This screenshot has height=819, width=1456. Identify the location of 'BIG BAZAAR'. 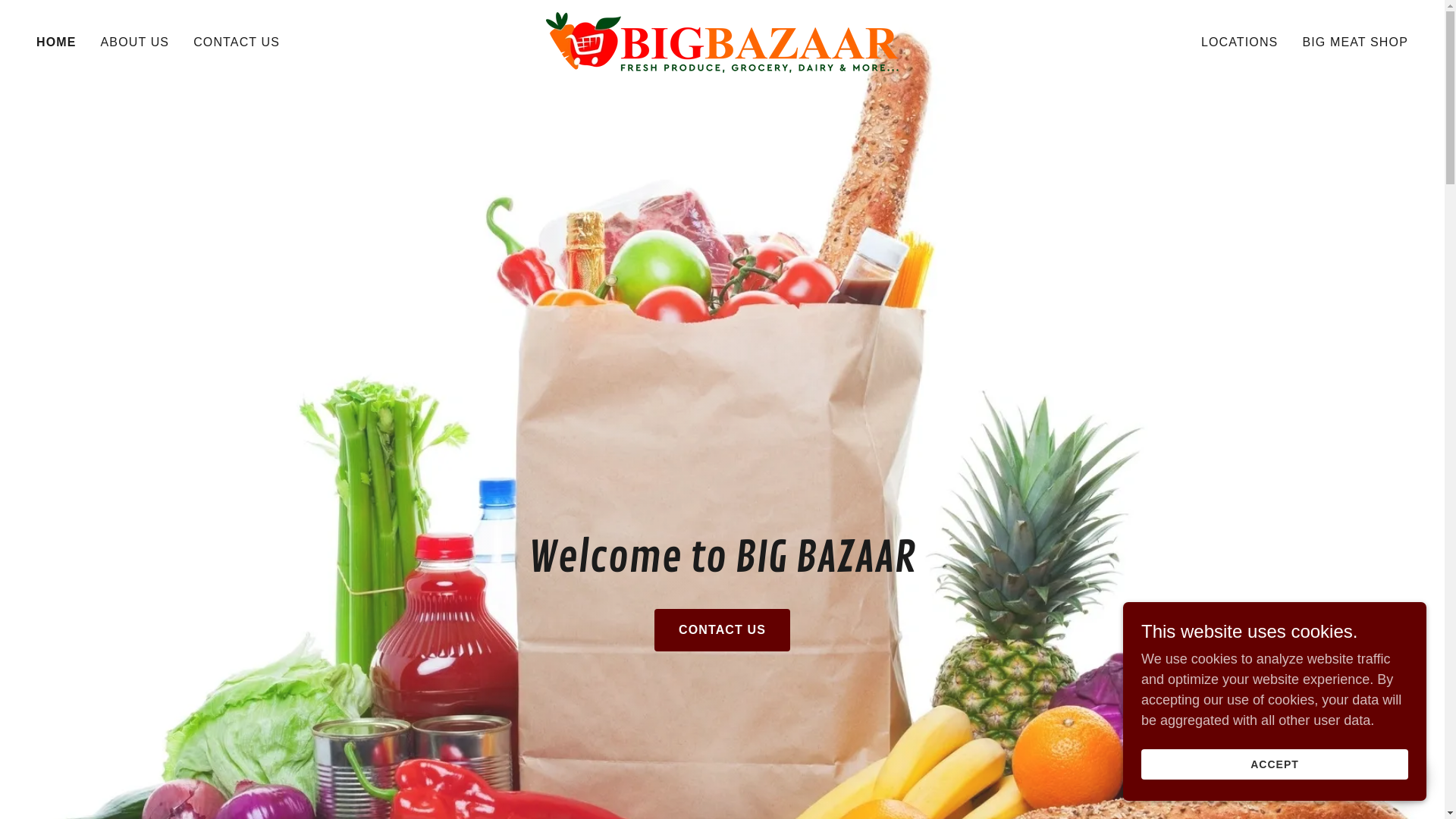
(721, 40).